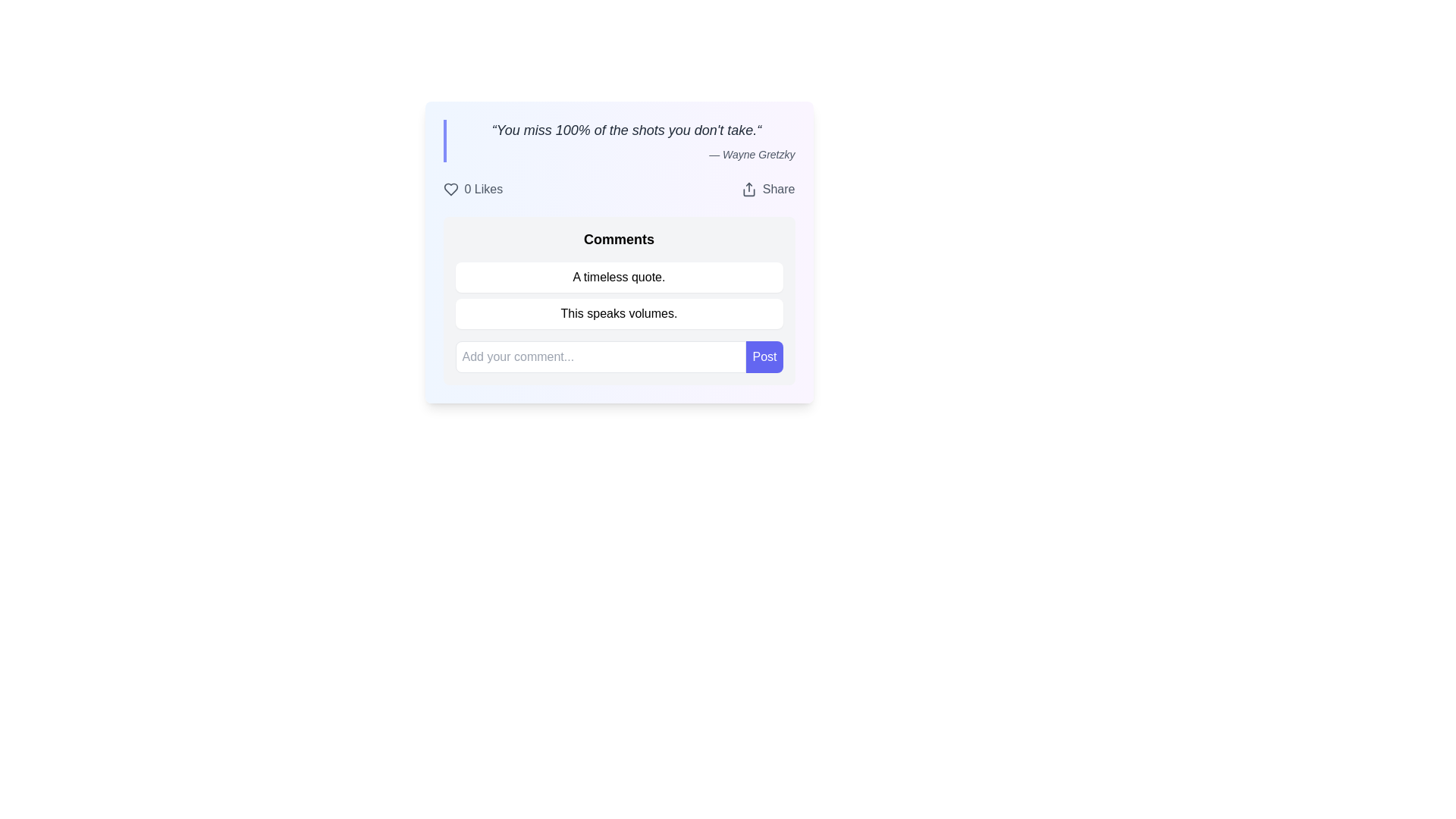  I want to click on the heart-shaped icon representing a 'like' action to potentially see a tooltip, so click(450, 189).